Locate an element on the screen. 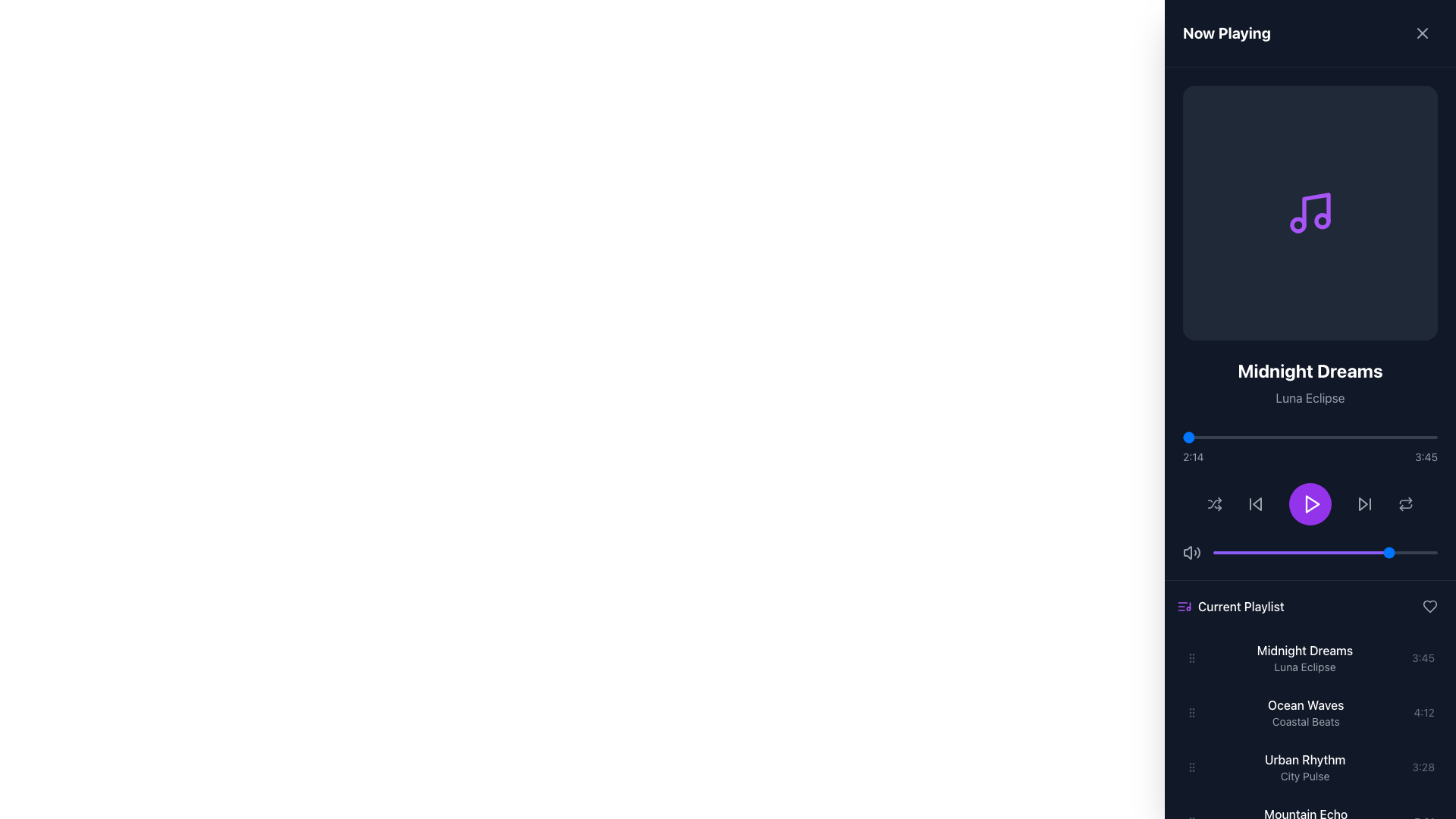  the handle at the far left edge of the playlist item row titled 'Midnight Dreams' by artist 'Luna Eclipse' is located at coordinates (1191, 657).